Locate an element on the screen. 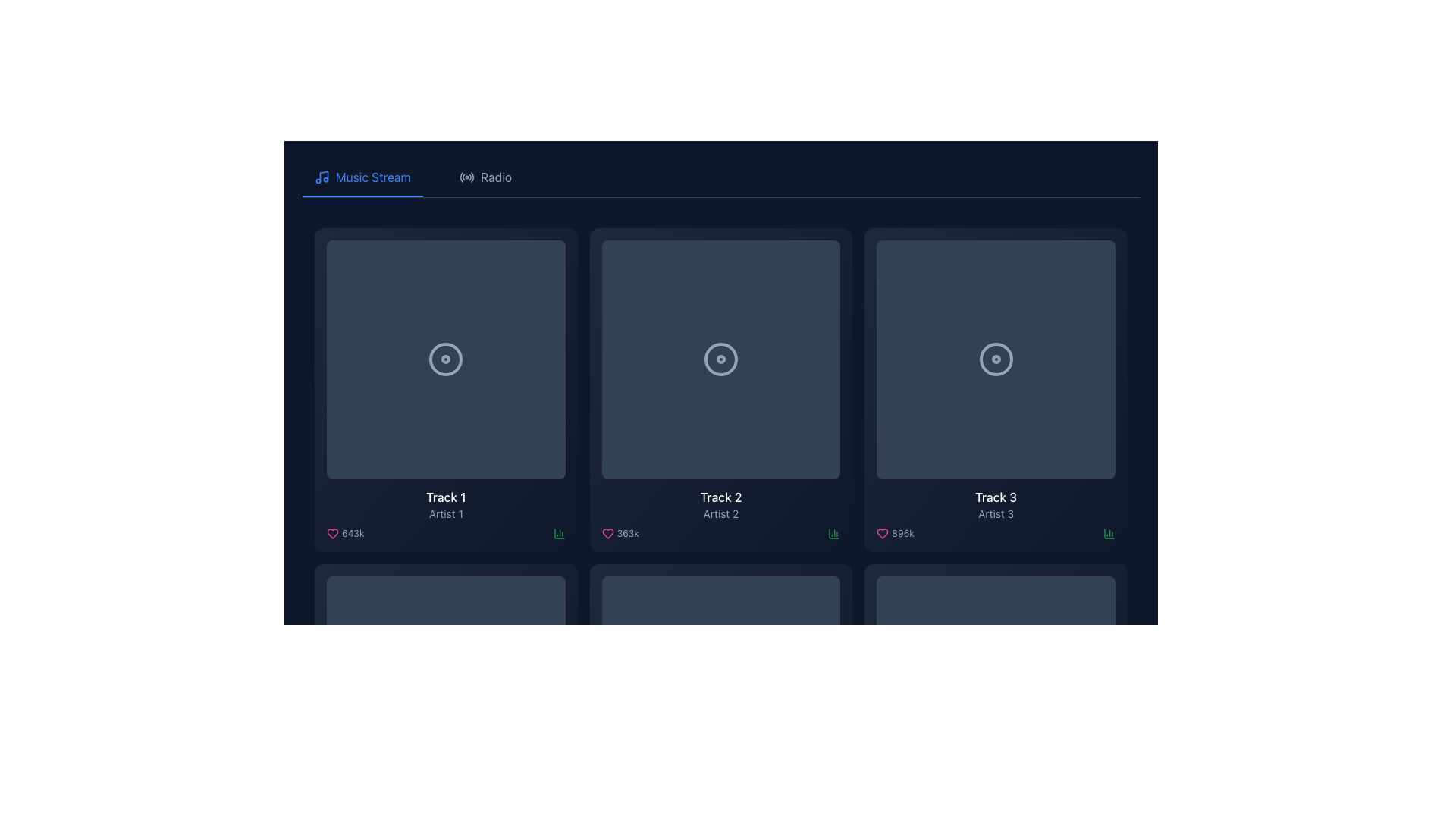 The image size is (1456, 819). the text label indicating the name of the artist associated with 'Track 3', which is located below the 'Track 3' text and above the '896k' text is located at coordinates (996, 513).